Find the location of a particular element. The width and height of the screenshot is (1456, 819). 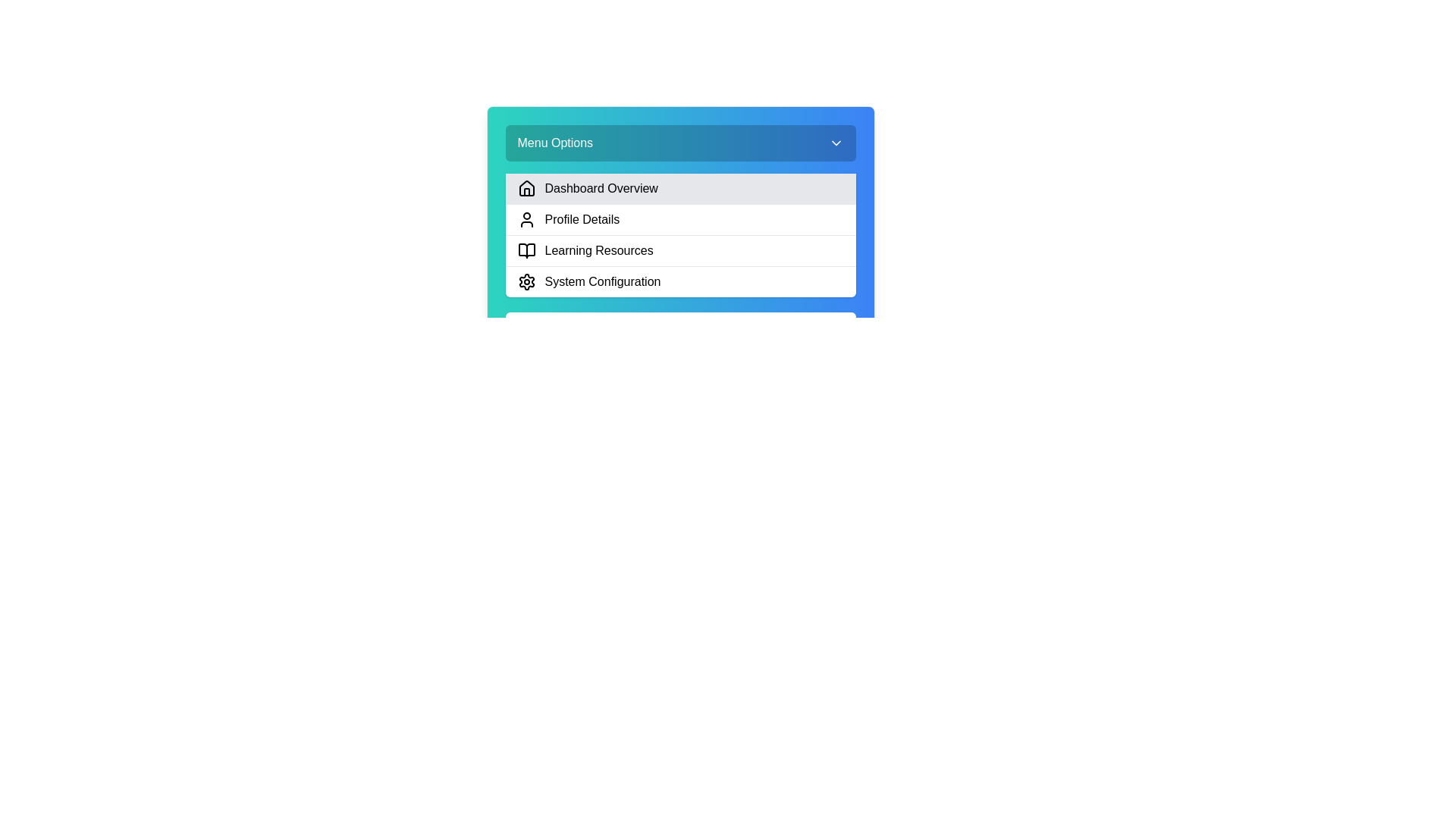

the SVG icon resembling an open book located to the left of the text 'Learning Resources' in the menu to interact with it is located at coordinates (526, 250).